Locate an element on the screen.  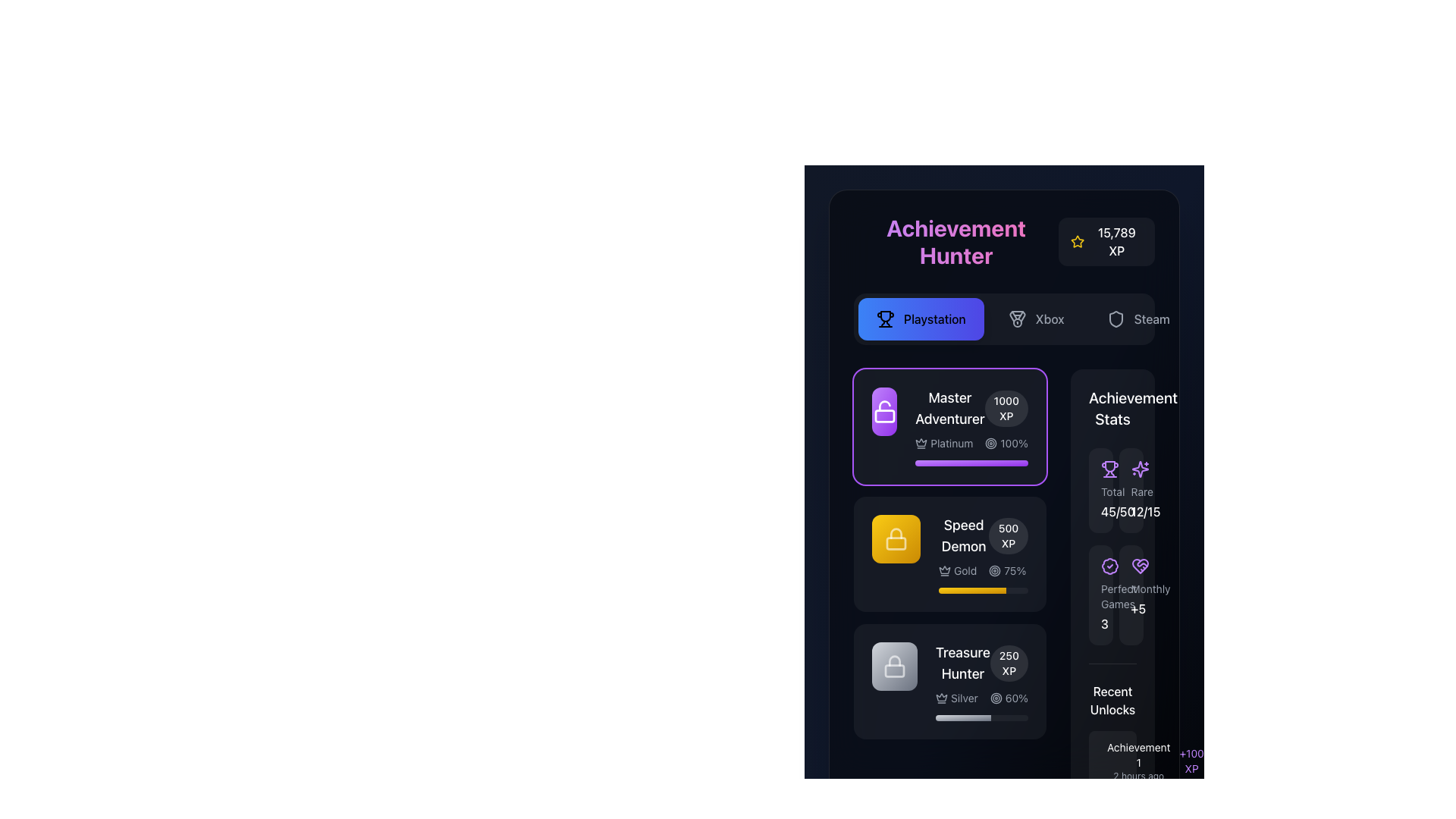
the 'Treasure Hunter' achievement card, which is the third card in the list under 'Achievement Hunter' is located at coordinates (949, 680).